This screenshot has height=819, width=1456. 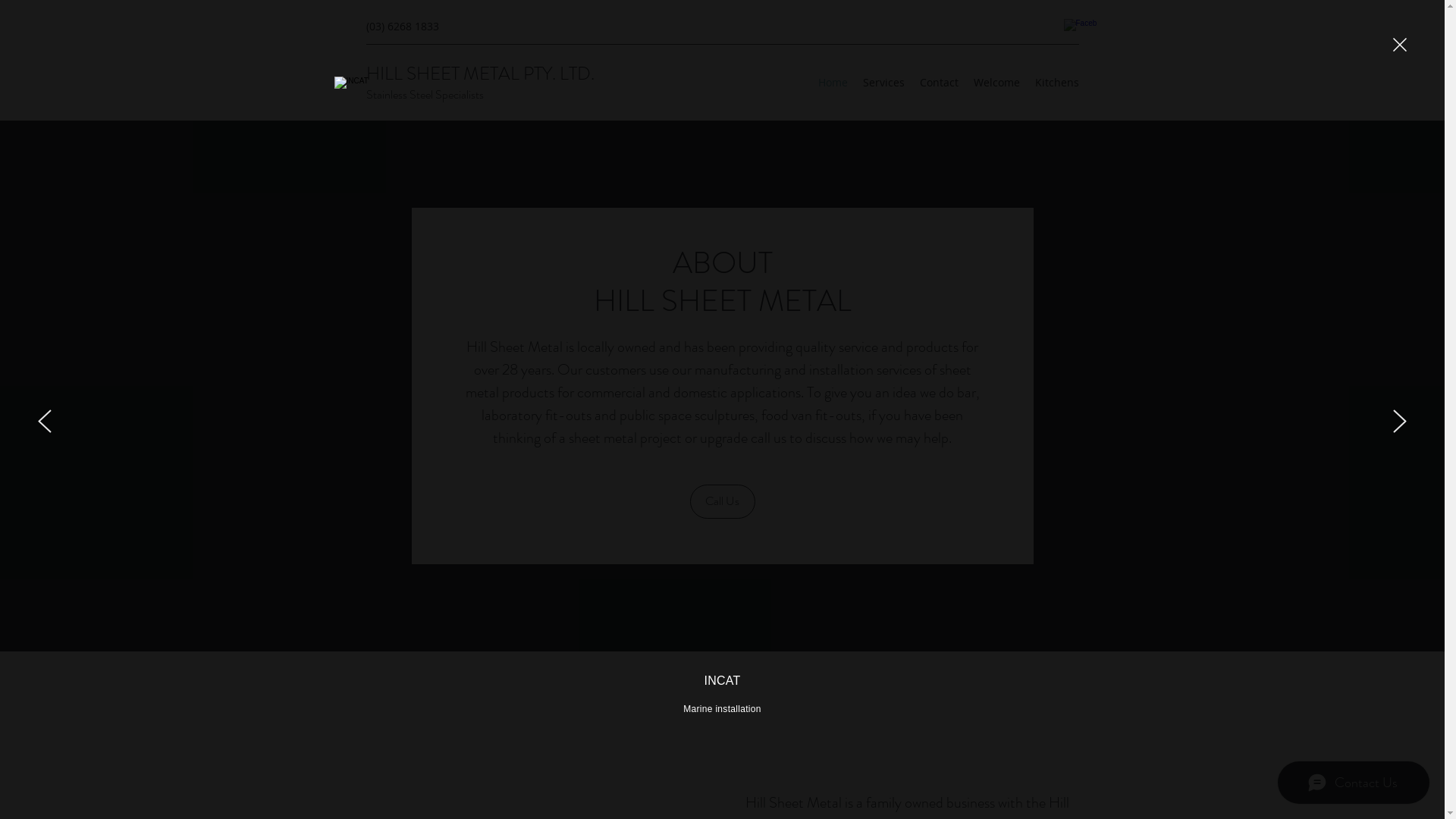 What do you see at coordinates (883, 82) in the screenshot?
I see `'Services'` at bounding box center [883, 82].